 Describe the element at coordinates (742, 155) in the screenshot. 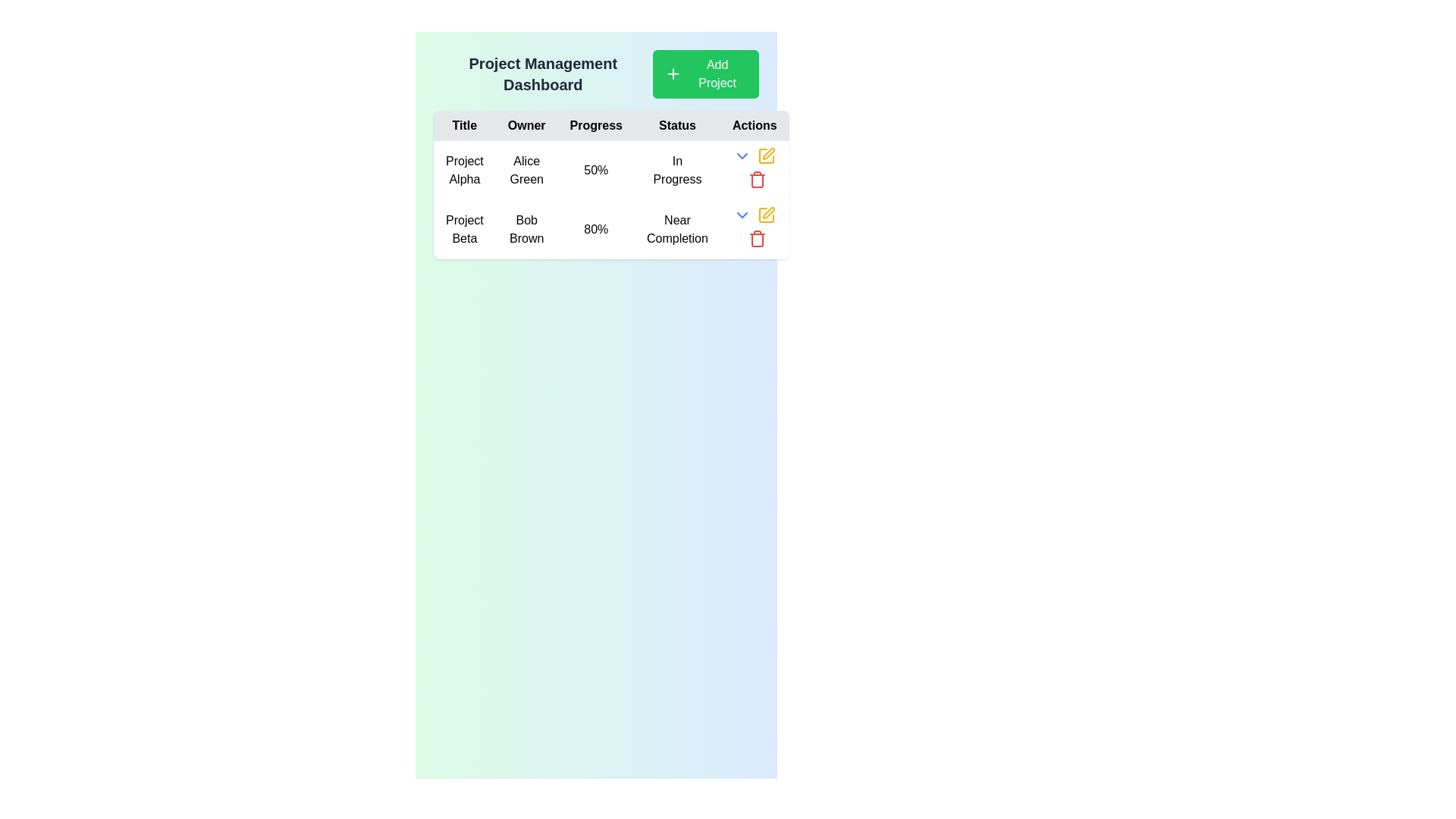

I see `the downward-facing chevron icon in the 'Actions' column for 'Project Alpha'` at that location.